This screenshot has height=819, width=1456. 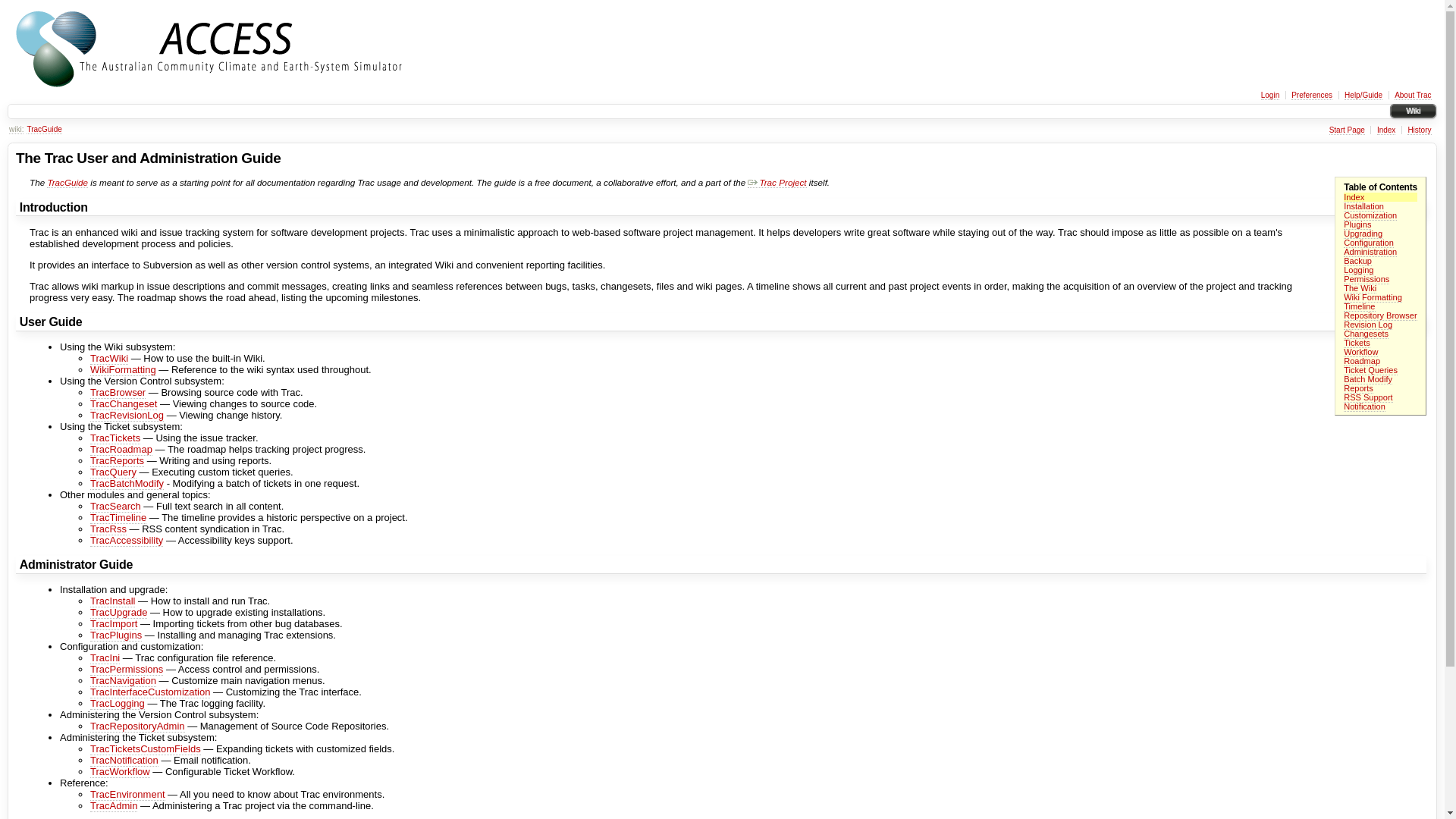 I want to click on 'Ticket Queries', so click(x=1370, y=370).